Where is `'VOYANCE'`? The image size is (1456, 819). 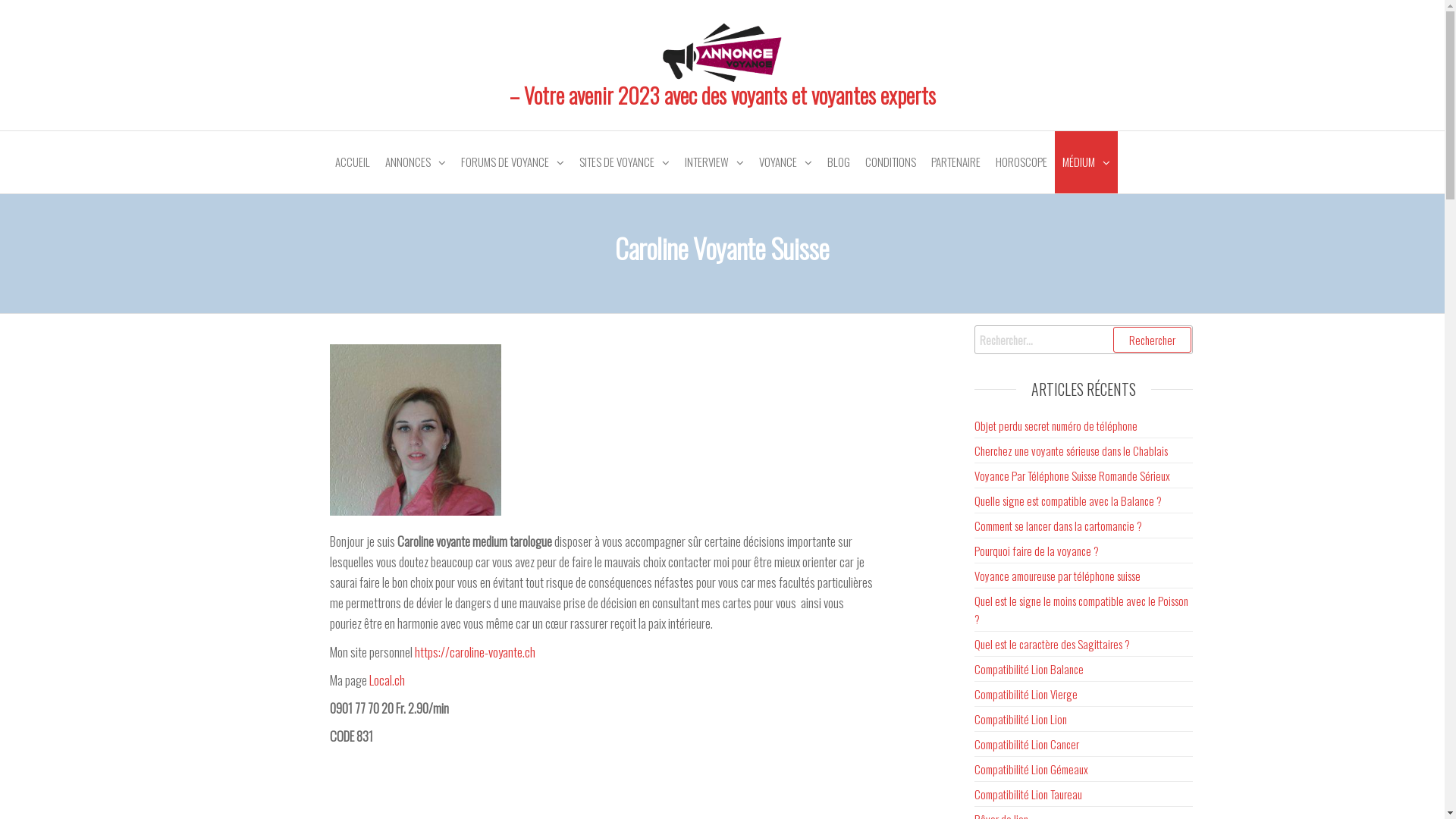
'VOYANCE' is located at coordinates (785, 162).